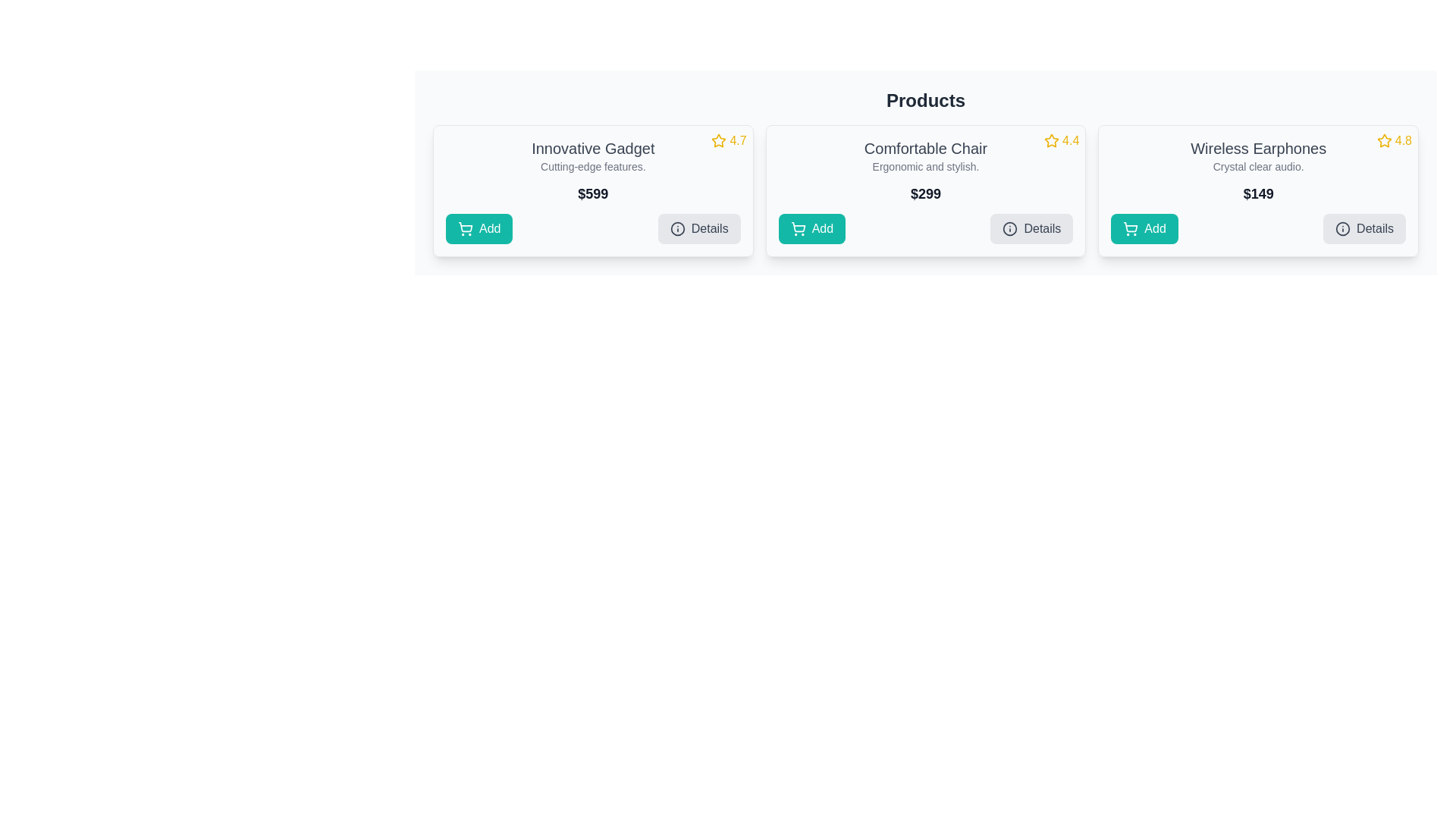 This screenshot has height=819, width=1456. I want to click on the gold-colored star icon located at the top-right corner of the 'Comfortable Chair' card, which is part of the rating indicator group, so click(1051, 140).